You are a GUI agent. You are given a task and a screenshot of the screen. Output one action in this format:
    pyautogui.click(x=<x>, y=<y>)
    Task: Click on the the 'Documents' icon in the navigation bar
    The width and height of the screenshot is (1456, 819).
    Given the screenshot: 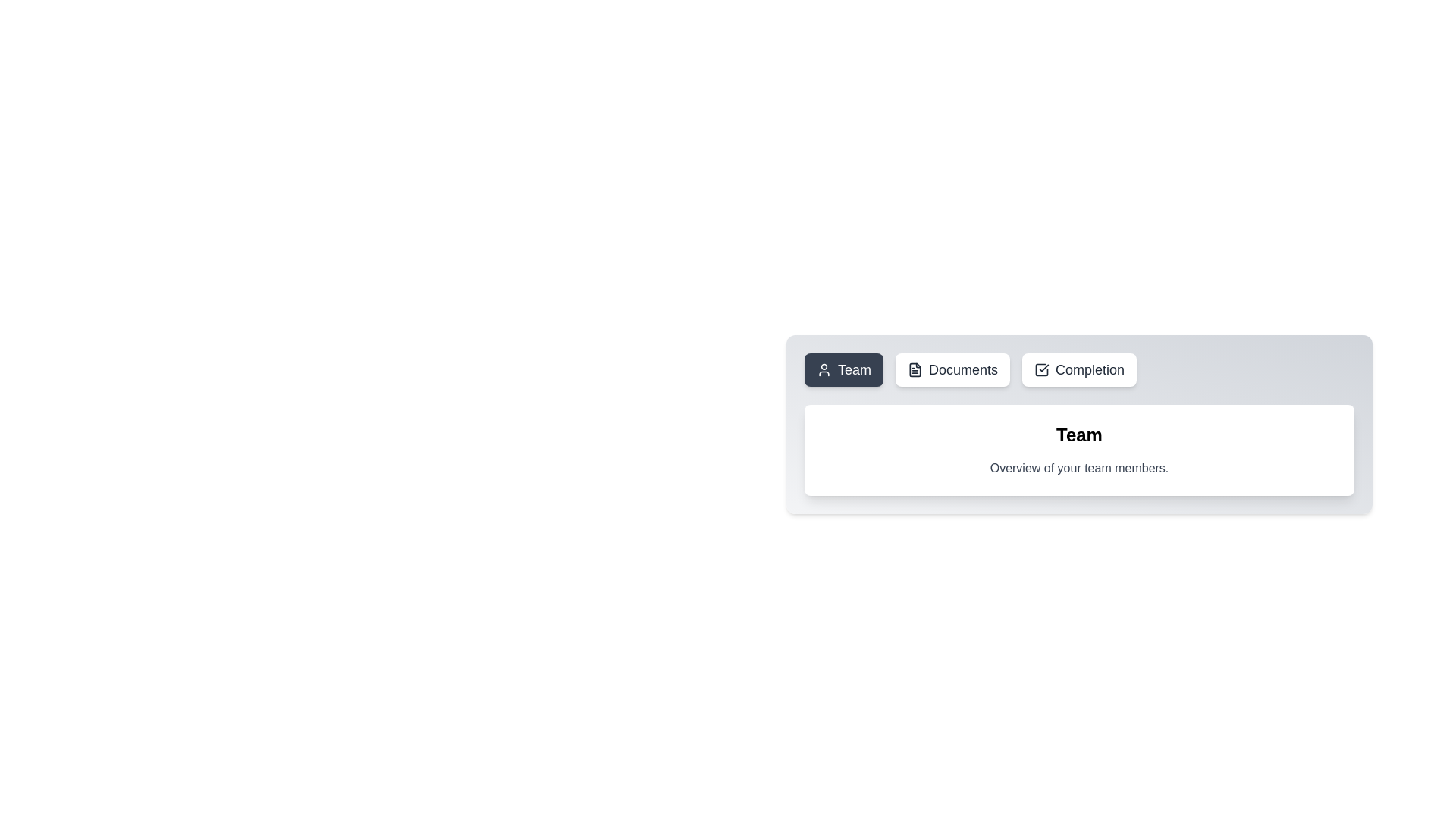 What is the action you would take?
    pyautogui.click(x=915, y=370)
    